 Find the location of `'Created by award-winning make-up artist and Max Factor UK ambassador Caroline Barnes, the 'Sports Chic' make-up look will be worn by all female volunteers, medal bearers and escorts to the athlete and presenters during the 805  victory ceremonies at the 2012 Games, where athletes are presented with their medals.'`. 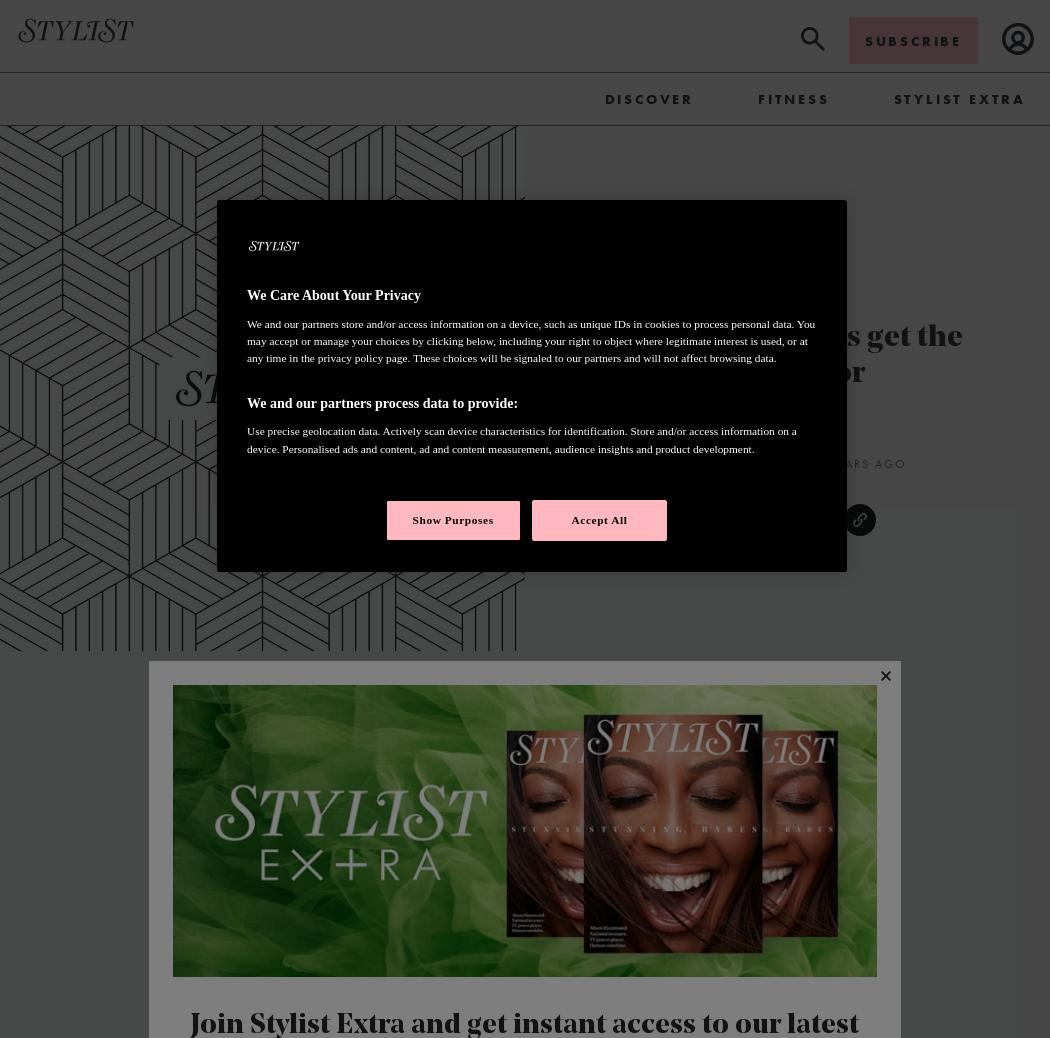

'Created by award-winning make-up artist and Max Factor UK ambassador Caroline Barnes, the 'Sports Chic' make-up look will be worn by all female volunteers, medal bearers and escorts to the athlete and presenters during the 805  victory ceremonies at the 2012 Games, where athletes are presented with their medals.' is located at coordinates (187, 922).